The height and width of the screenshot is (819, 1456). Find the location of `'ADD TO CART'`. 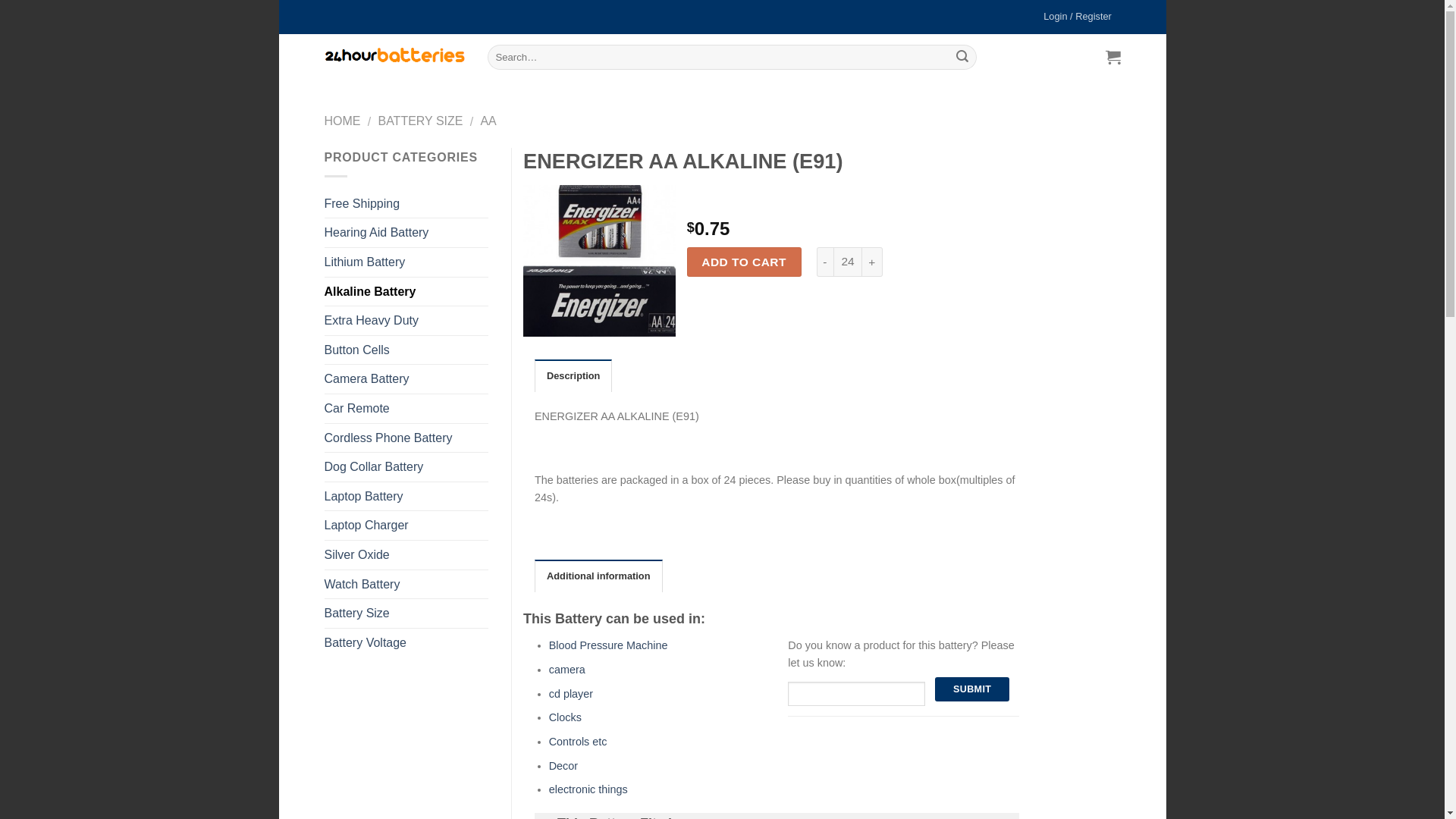

'ADD TO CART' is located at coordinates (744, 261).